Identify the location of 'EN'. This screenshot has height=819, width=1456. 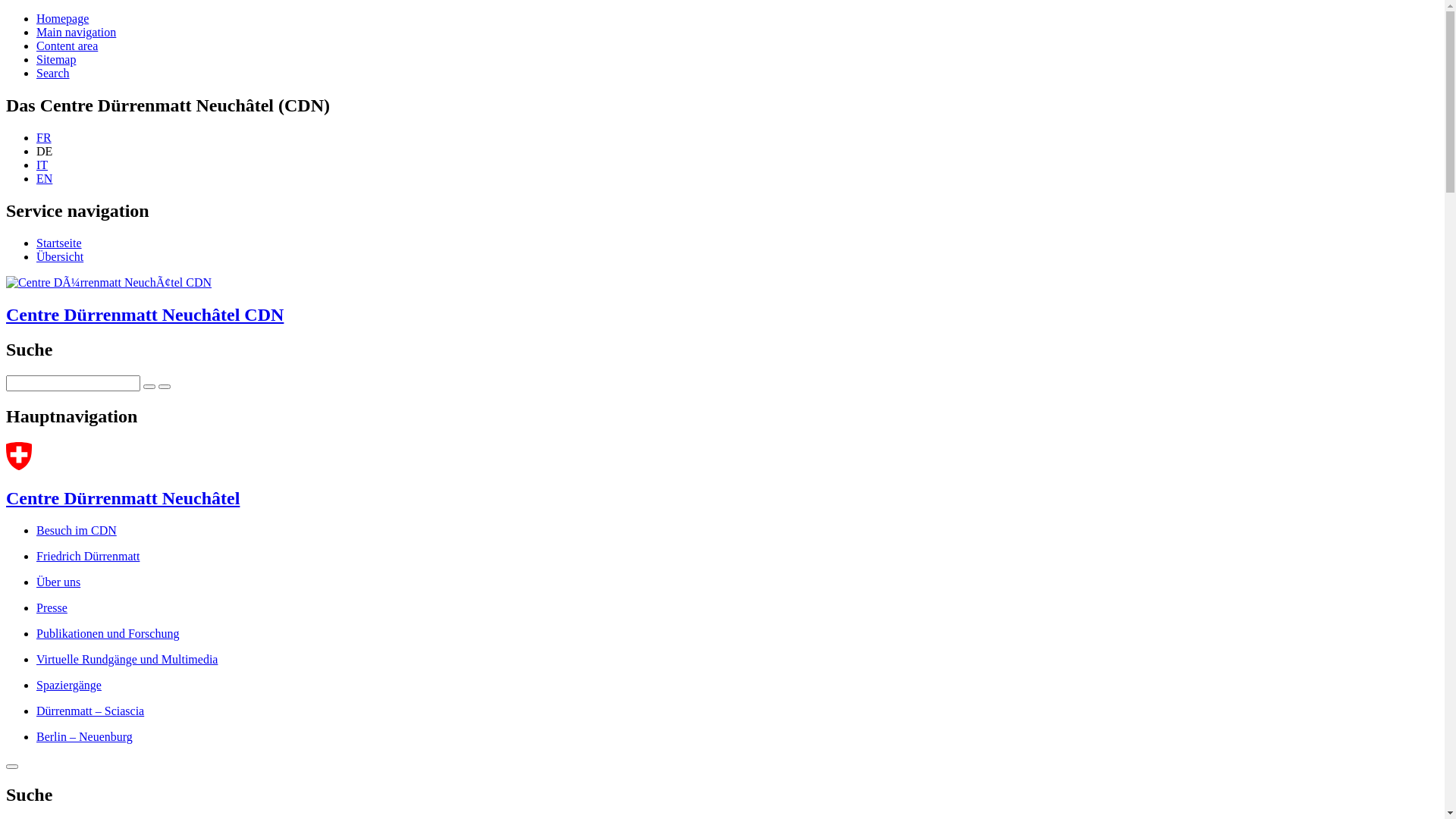
(44, 177).